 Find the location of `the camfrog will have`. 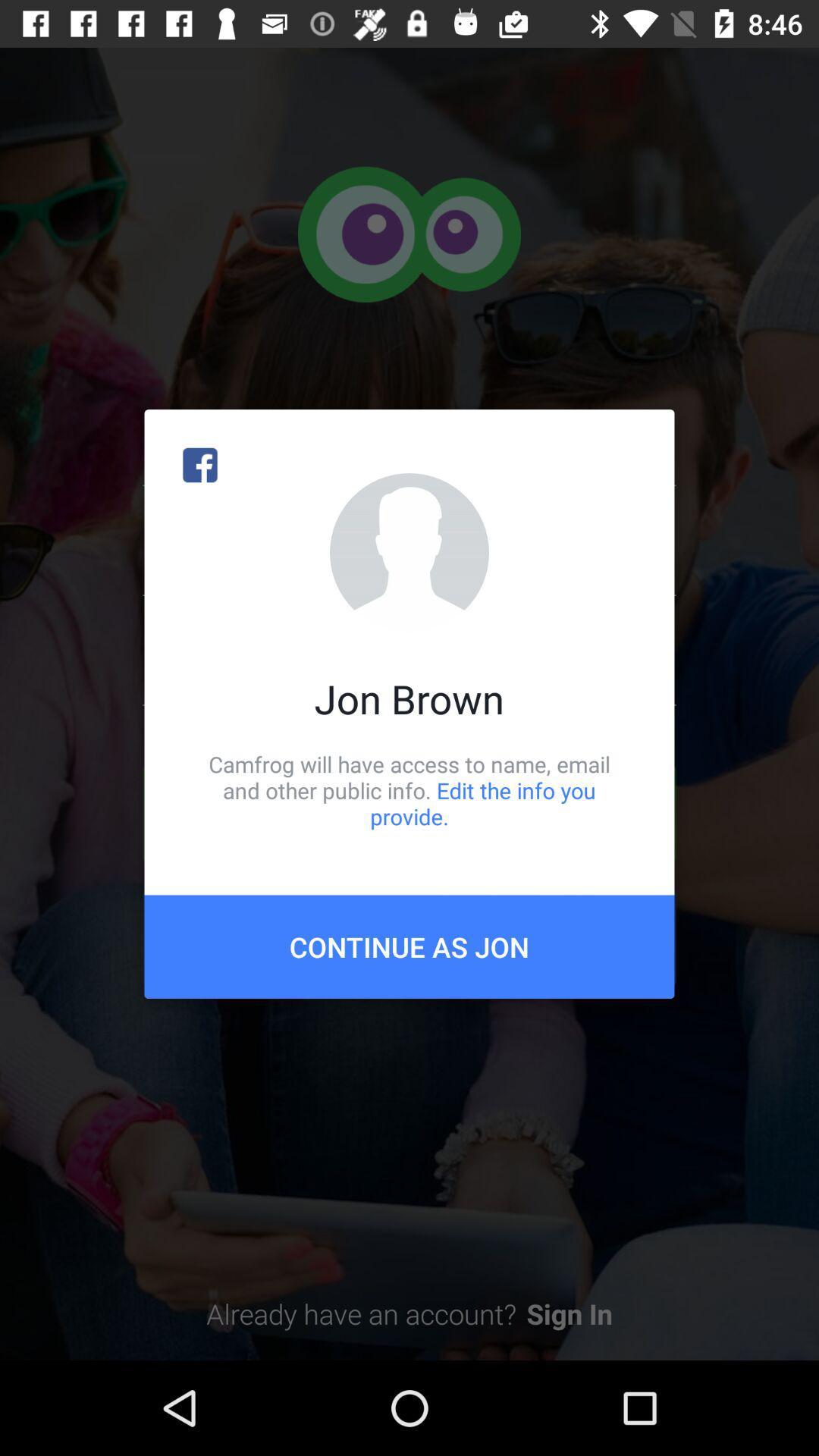

the camfrog will have is located at coordinates (409, 789).